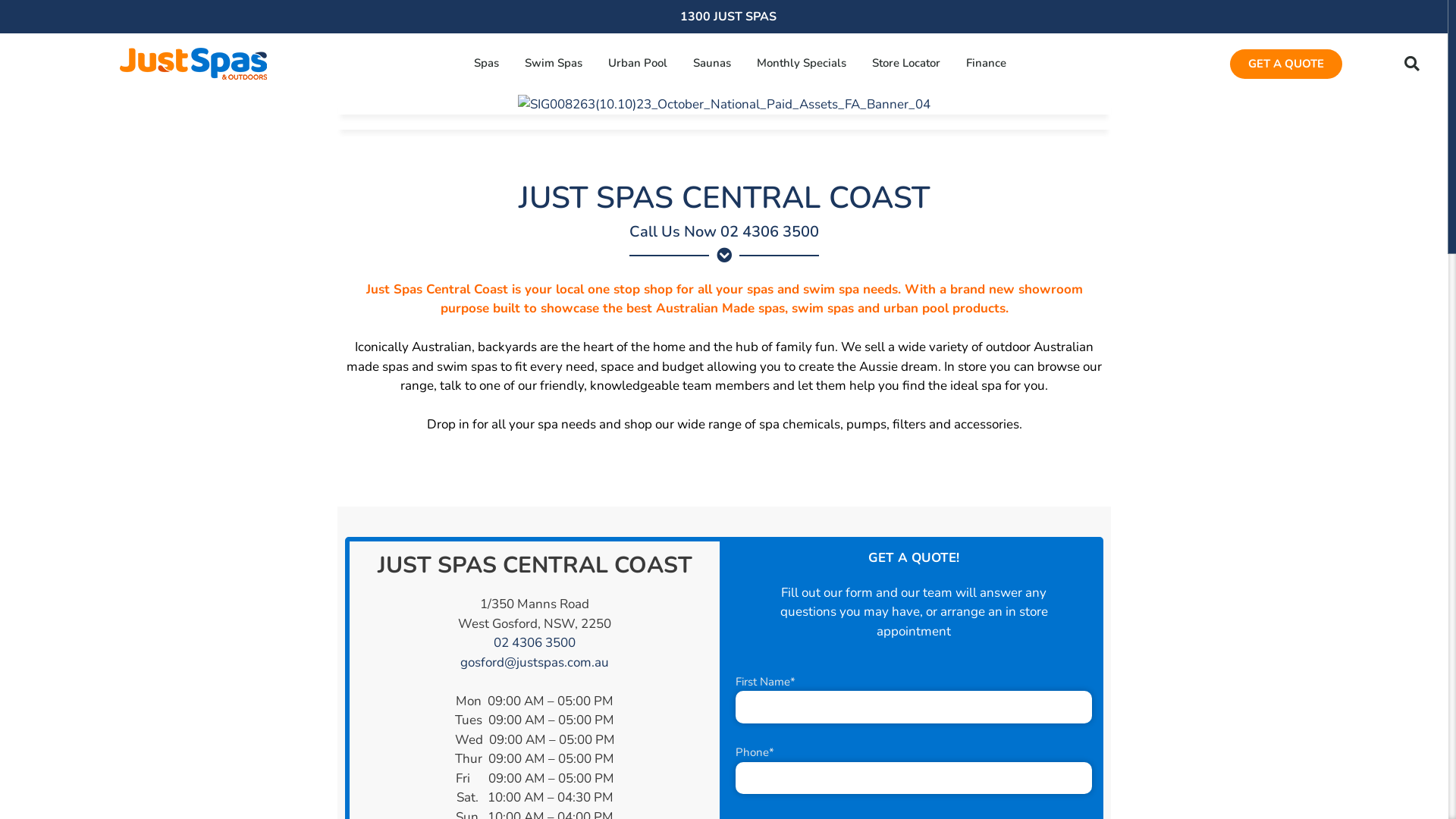  Describe the element at coordinates (535, 661) in the screenshot. I see `'gosford@justspas.com.au'` at that location.